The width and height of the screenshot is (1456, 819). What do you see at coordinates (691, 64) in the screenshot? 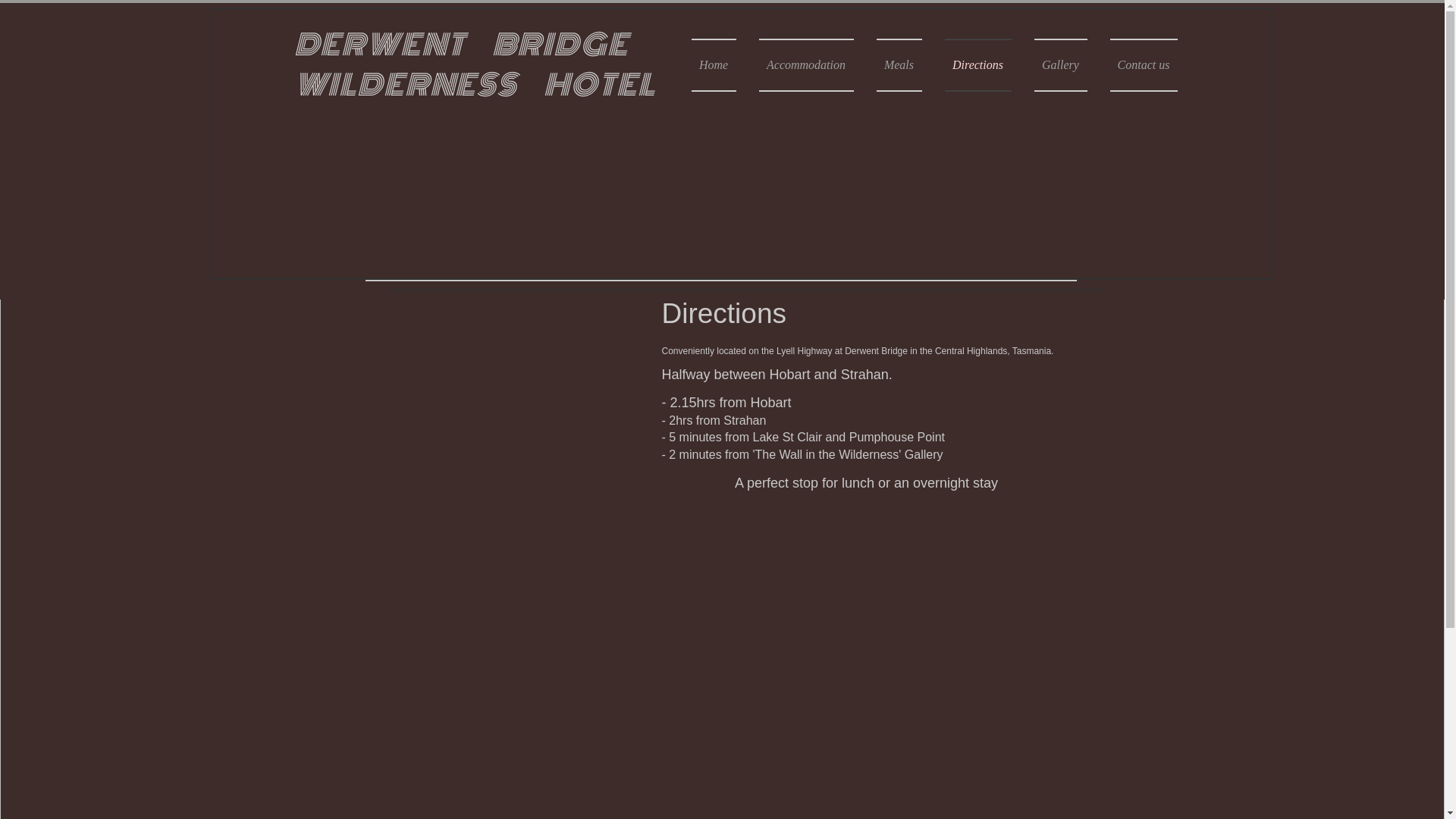
I see `'Home'` at bounding box center [691, 64].